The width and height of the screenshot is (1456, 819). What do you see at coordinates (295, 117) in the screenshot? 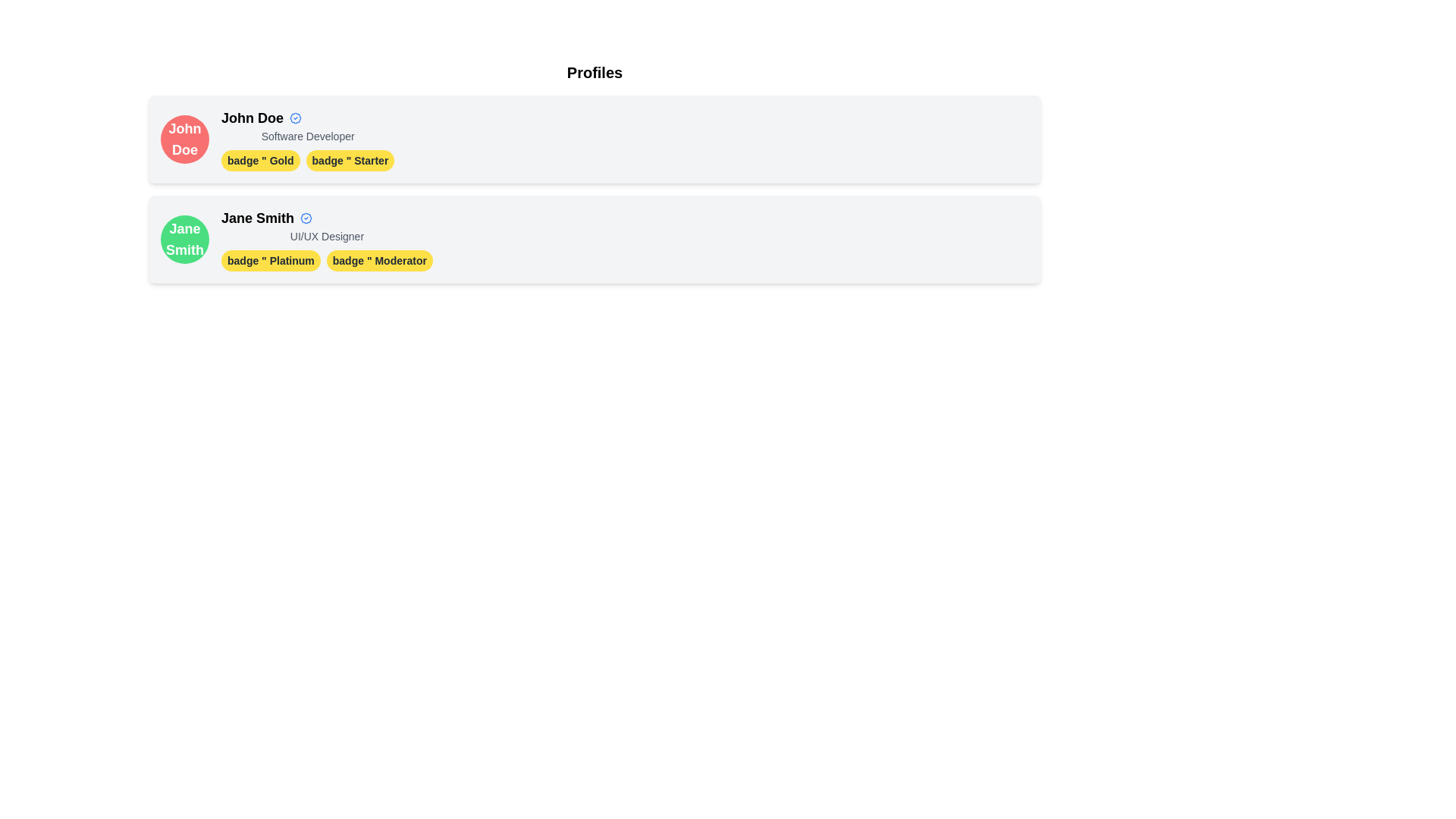
I see `the decorative badge with a blue outline and white center located adjacent to the text 'John Doe' in the first profile card` at bounding box center [295, 117].